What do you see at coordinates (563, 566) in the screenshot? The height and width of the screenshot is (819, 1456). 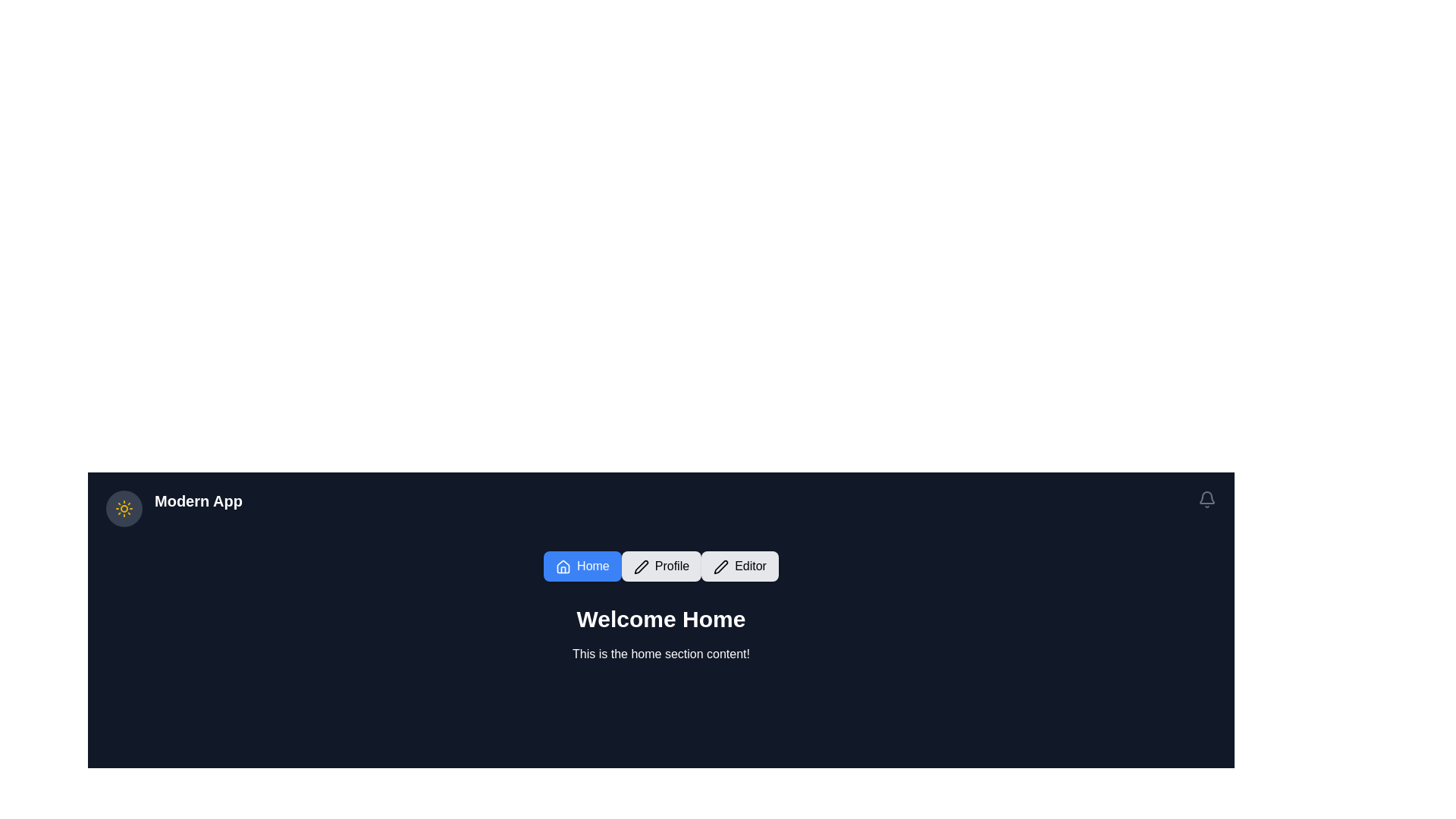 I see `the home icon located` at bounding box center [563, 566].